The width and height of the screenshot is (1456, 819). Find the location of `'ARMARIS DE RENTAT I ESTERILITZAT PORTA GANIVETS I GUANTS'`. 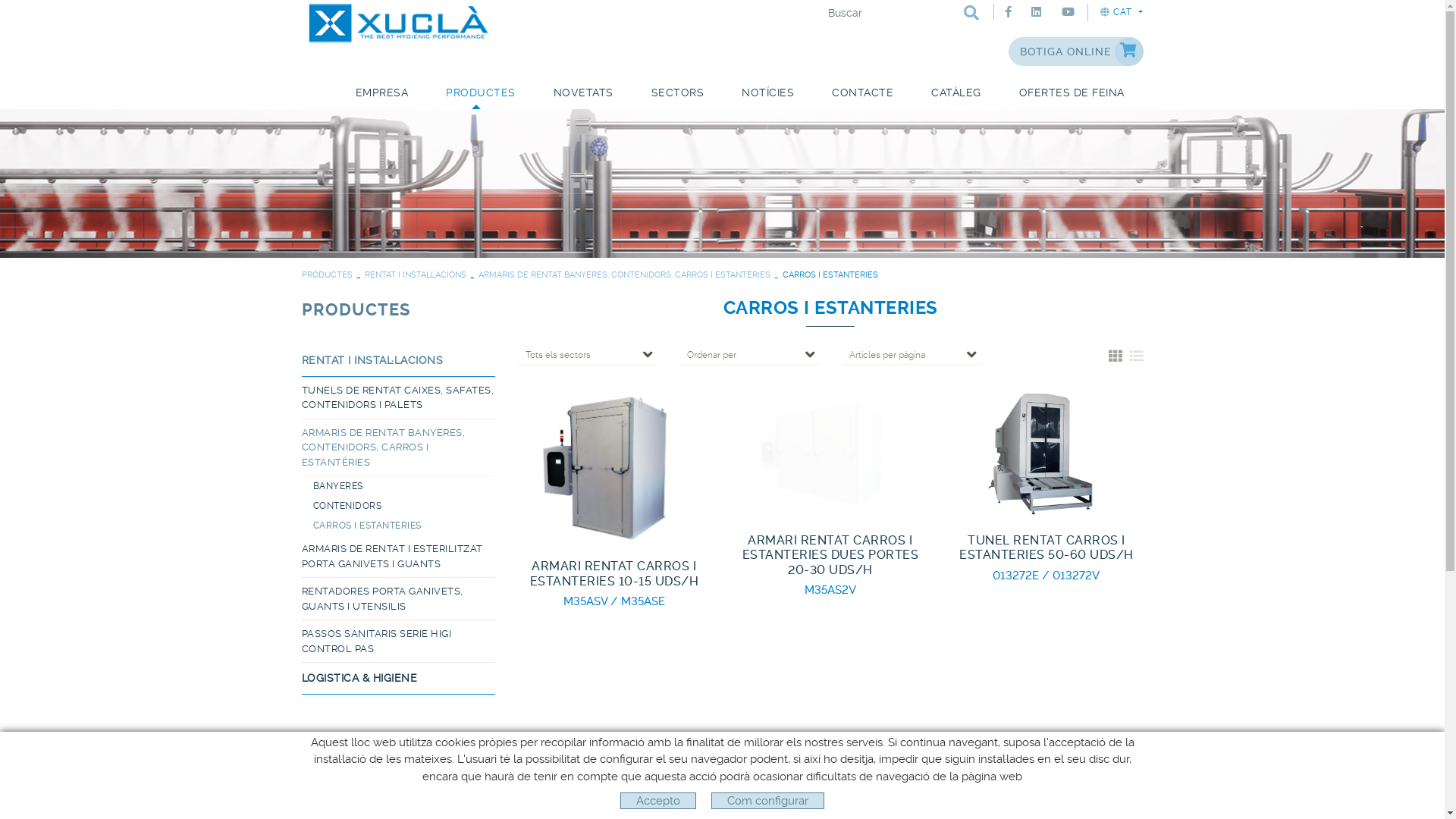

'ARMARIS DE RENTAT I ESTERILITZAT PORTA GANIVETS I GUANTS' is located at coordinates (398, 556).